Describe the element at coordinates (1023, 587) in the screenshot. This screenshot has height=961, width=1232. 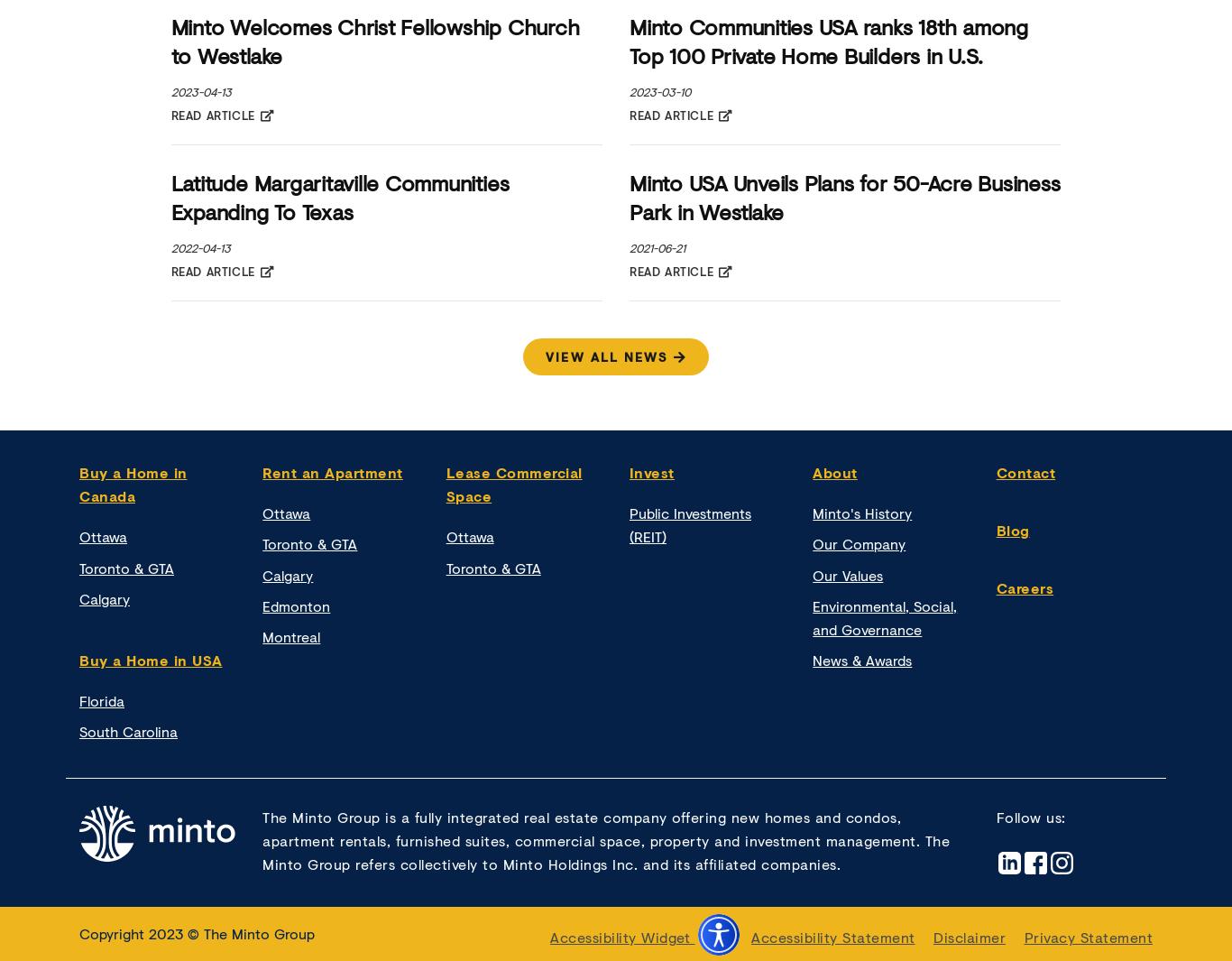
I see `'Careers'` at that location.